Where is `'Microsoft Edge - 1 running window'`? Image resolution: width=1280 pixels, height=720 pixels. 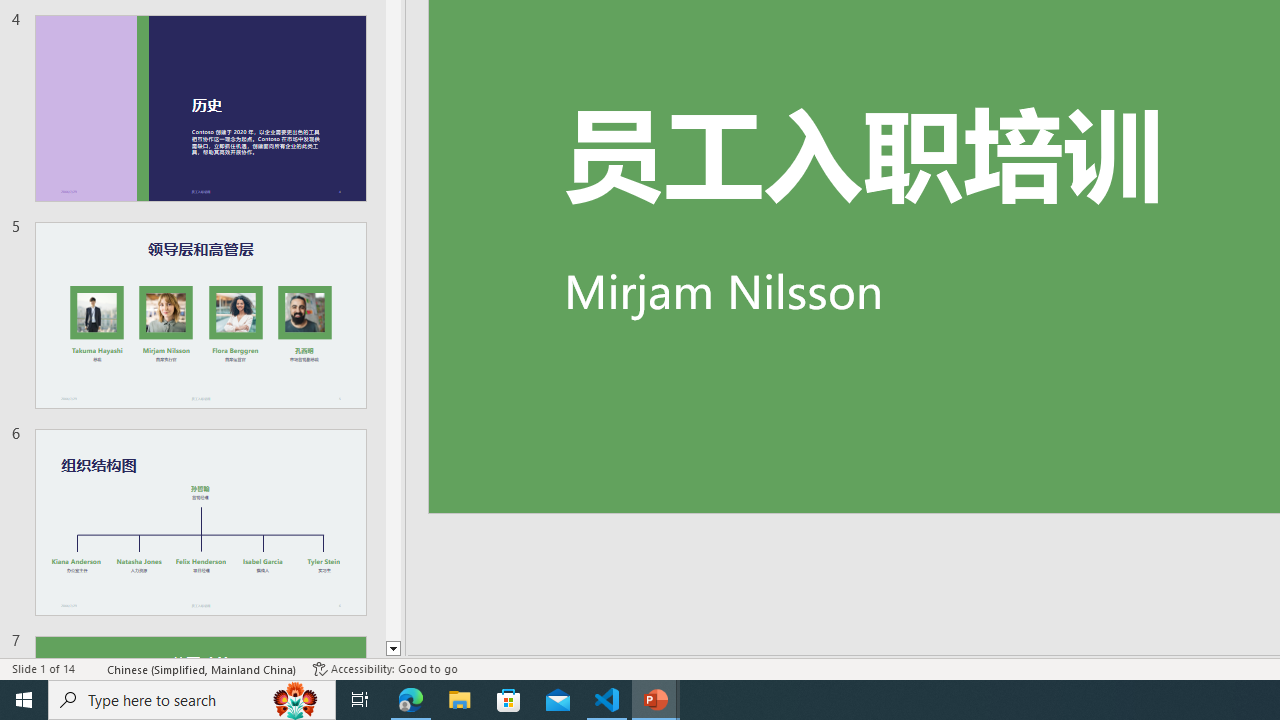 'Microsoft Edge - 1 running window' is located at coordinates (410, 698).